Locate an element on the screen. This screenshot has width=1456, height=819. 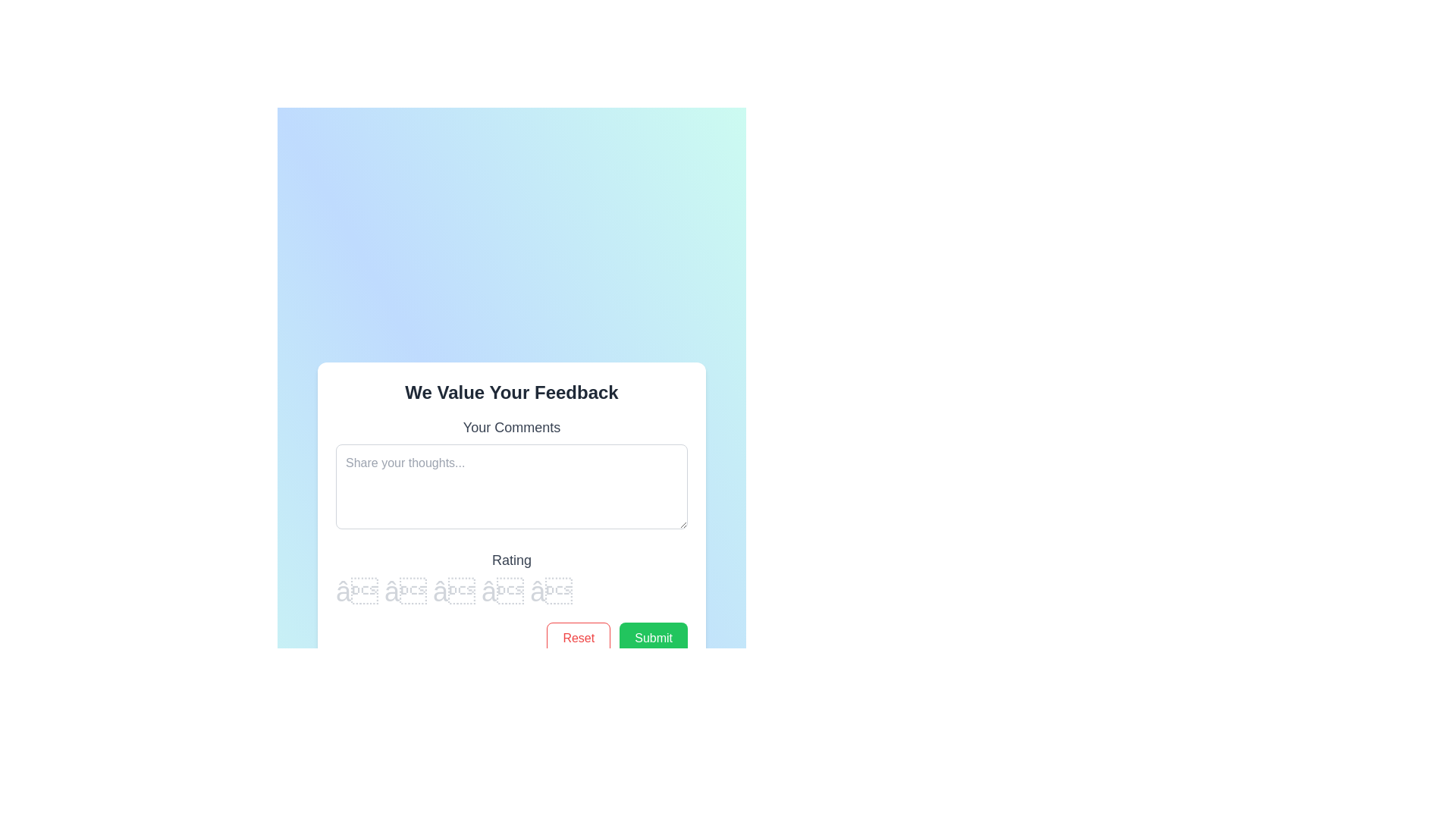
a rating in the feedback form section positioned beneath the header 'We Value Your Feedback' is located at coordinates (512, 534).